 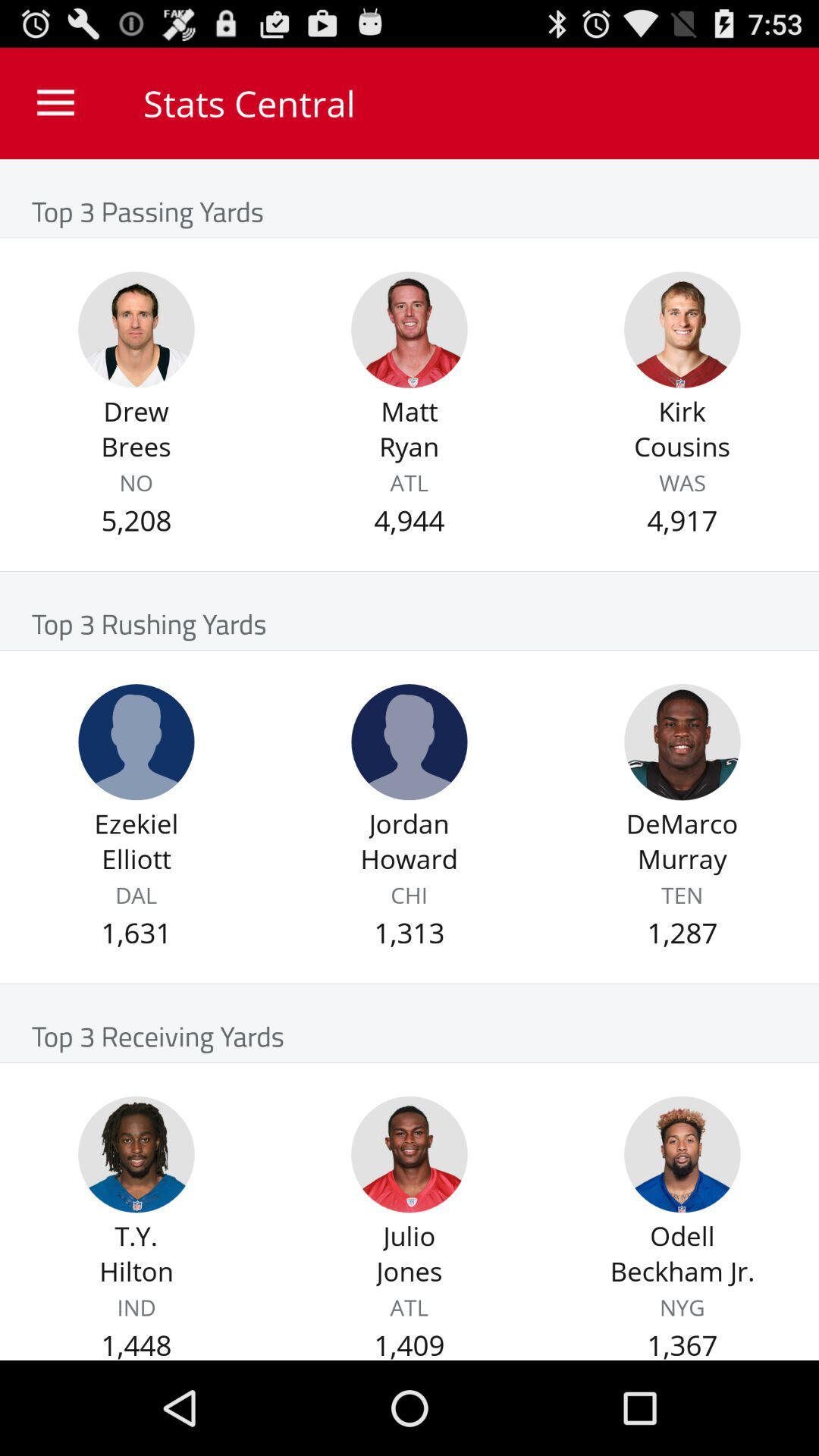 What do you see at coordinates (136, 352) in the screenshot?
I see `the avatar icon` at bounding box center [136, 352].